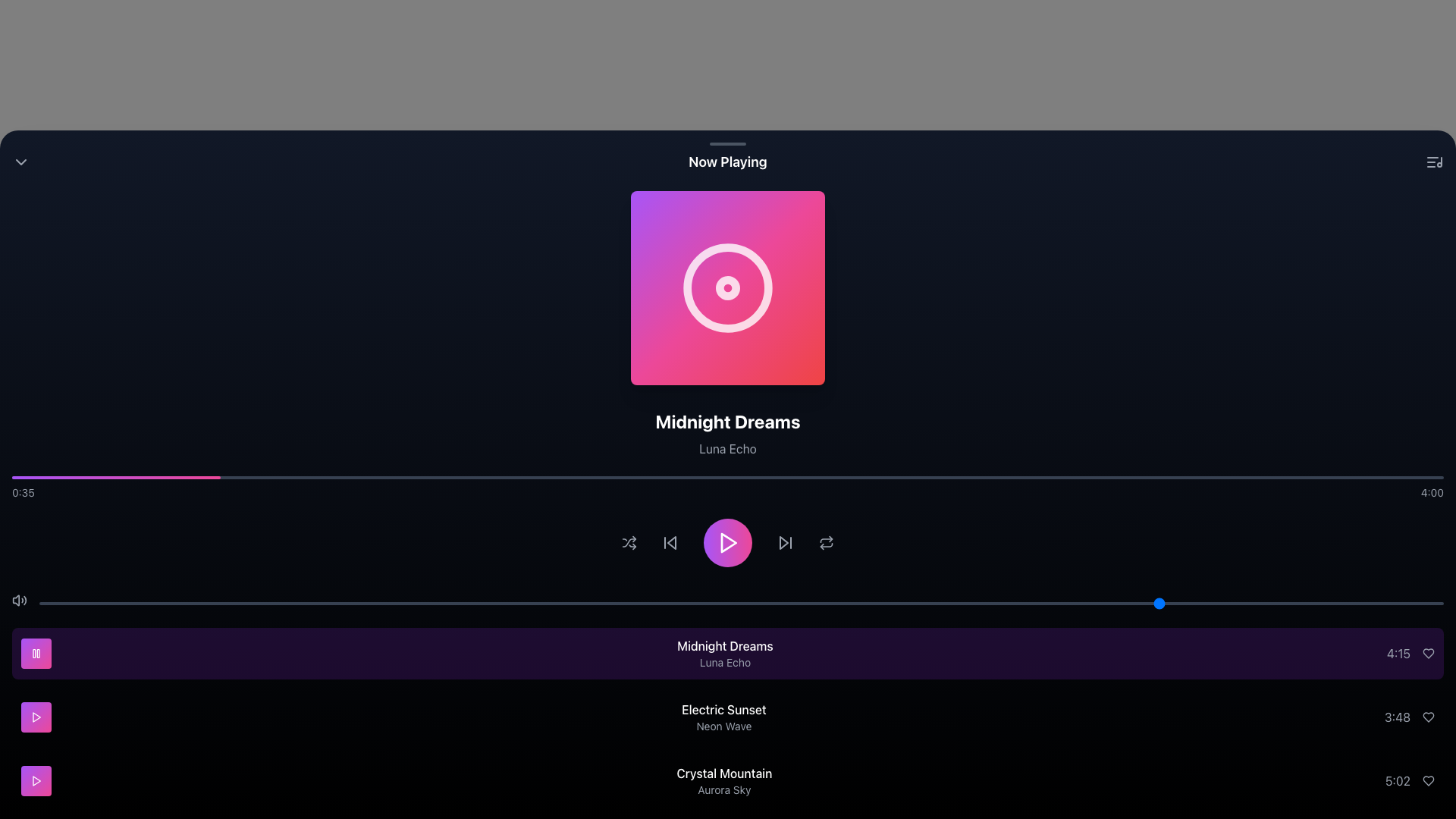  I want to click on the circular button with a gradient background and a white play triangle icon, located in the bottom-left part of the interface within the row for 'Electric Sunset' by 'Neon Wave', so click(36, 717).